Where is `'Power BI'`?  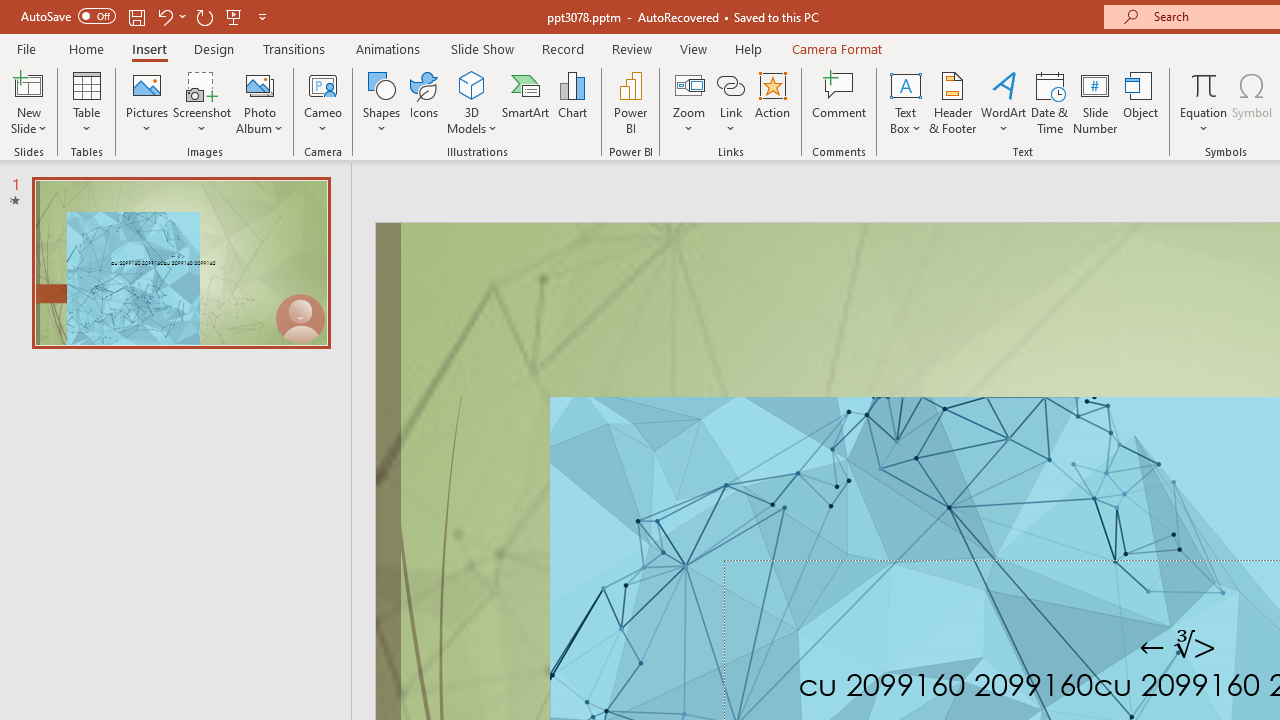
'Power BI' is located at coordinates (630, 103).